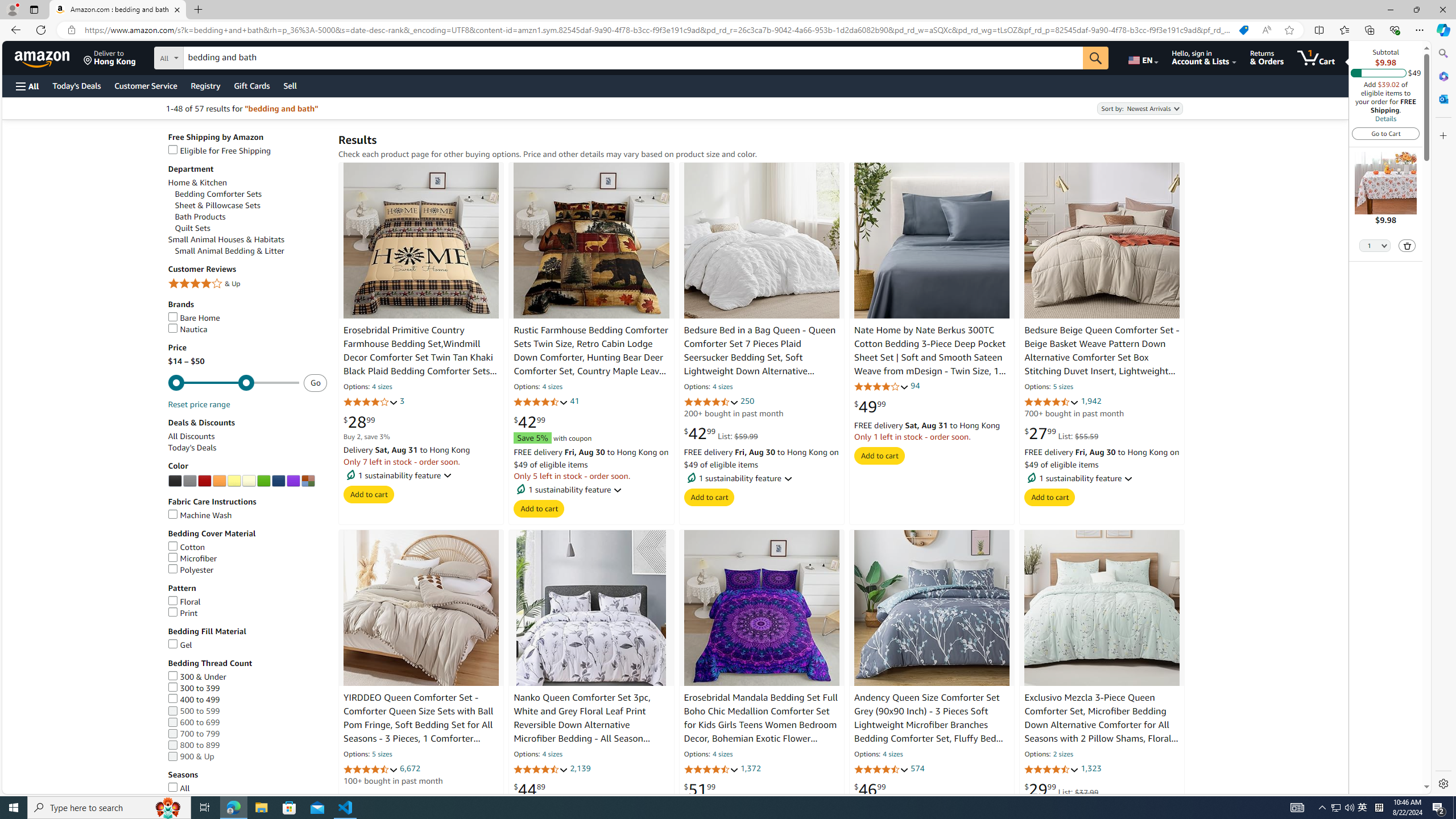 The height and width of the screenshot is (819, 1456). What do you see at coordinates (247, 285) in the screenshot?
I see `'4 Stars & Up& Up'` at bounding box center [247, 285].